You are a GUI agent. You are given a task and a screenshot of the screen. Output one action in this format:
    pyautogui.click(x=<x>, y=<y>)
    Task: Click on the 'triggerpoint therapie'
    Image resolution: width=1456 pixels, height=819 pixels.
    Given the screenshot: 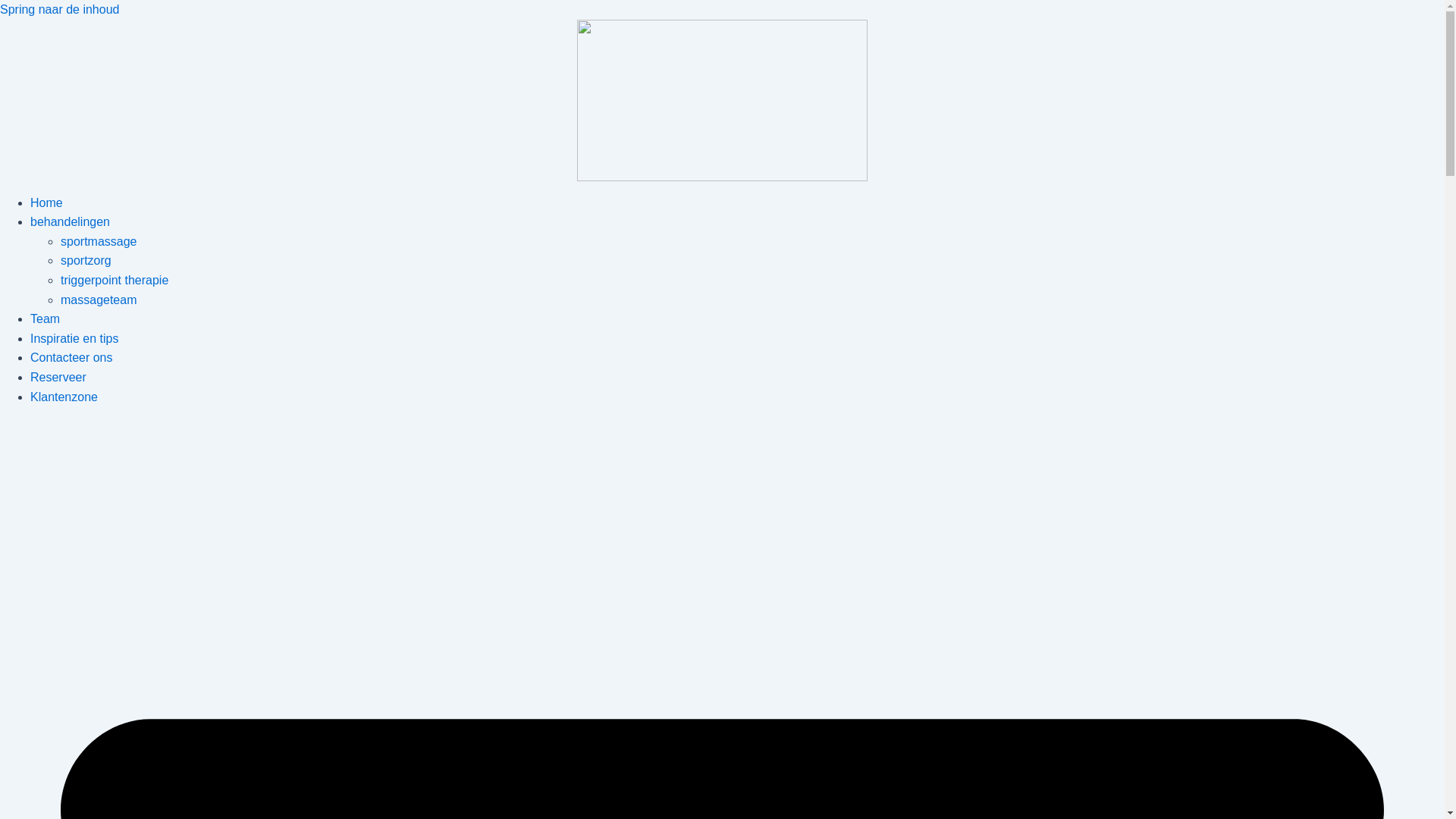 What is the action you would take?
    pyautogui.click(x=61, y=280)
    